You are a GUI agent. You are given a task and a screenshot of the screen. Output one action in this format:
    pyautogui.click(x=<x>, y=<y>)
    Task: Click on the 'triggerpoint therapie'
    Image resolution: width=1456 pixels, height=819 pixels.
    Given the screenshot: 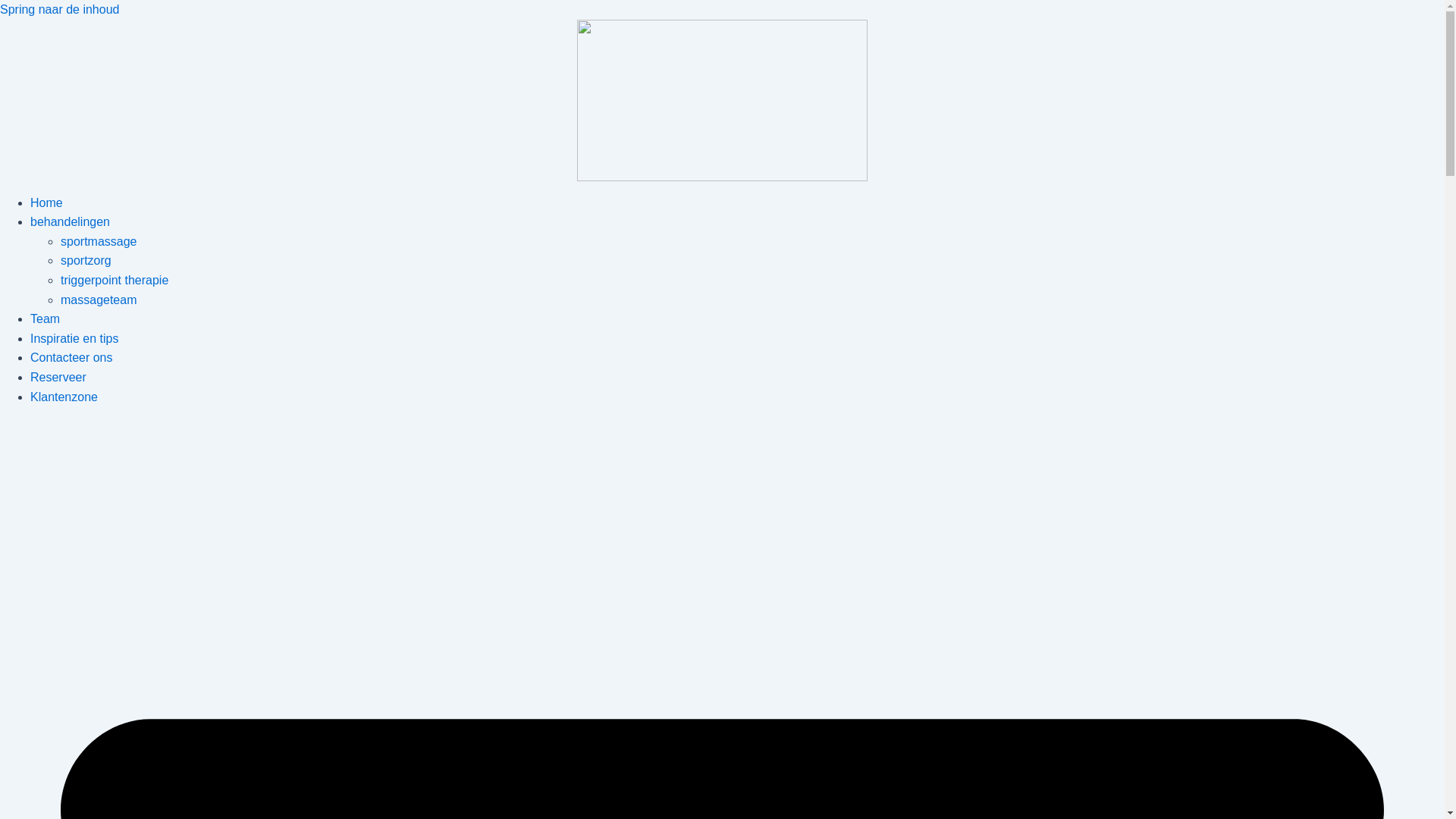 What is the action you would take?
    pyautogui.click(x=61, y=280)
    